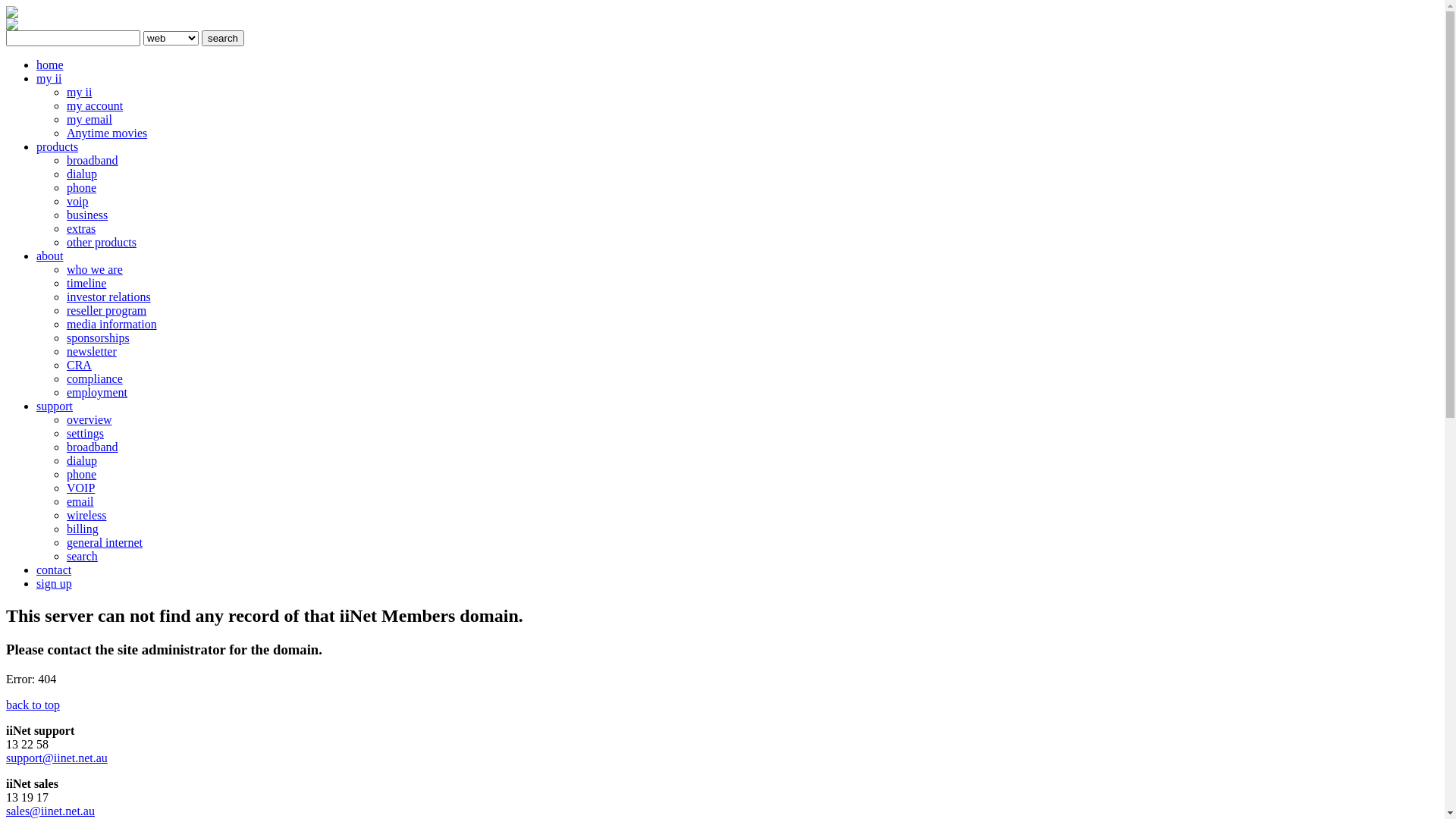 This screenshot has width=1456, height=819. Describe the element at coordinates (65, 473) in the screenshot. I see `'phone'` at that location.